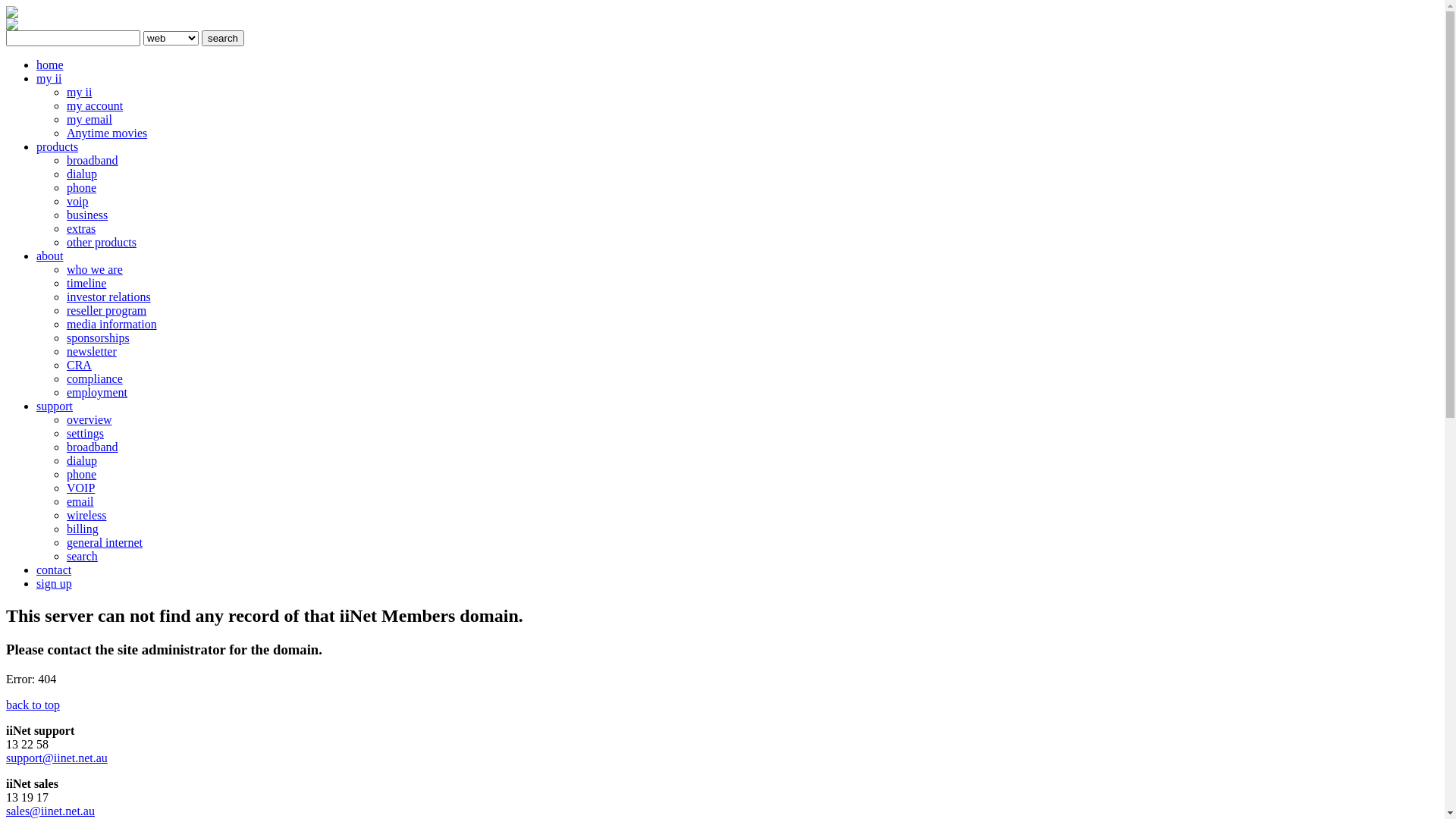 This screenshot has width=1456, height=819. Describe the element at coordinates (65, 473) in the screenshot. I see `'phone'` at that location.